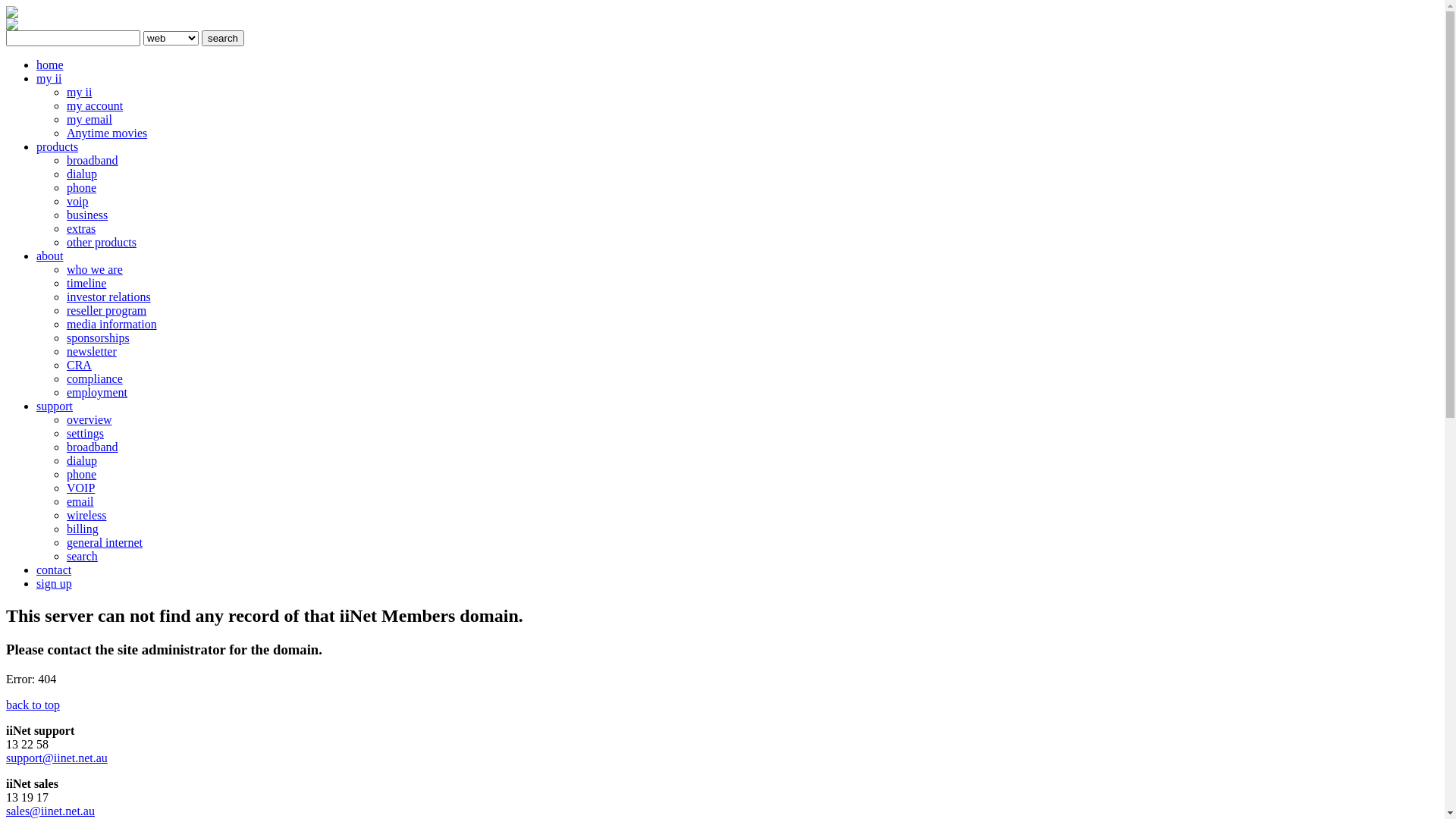 This screenshot has width=1456, height=819. Describe the element at coordinates (65, 473) in the screenshot. I see `'phone'` at that location.